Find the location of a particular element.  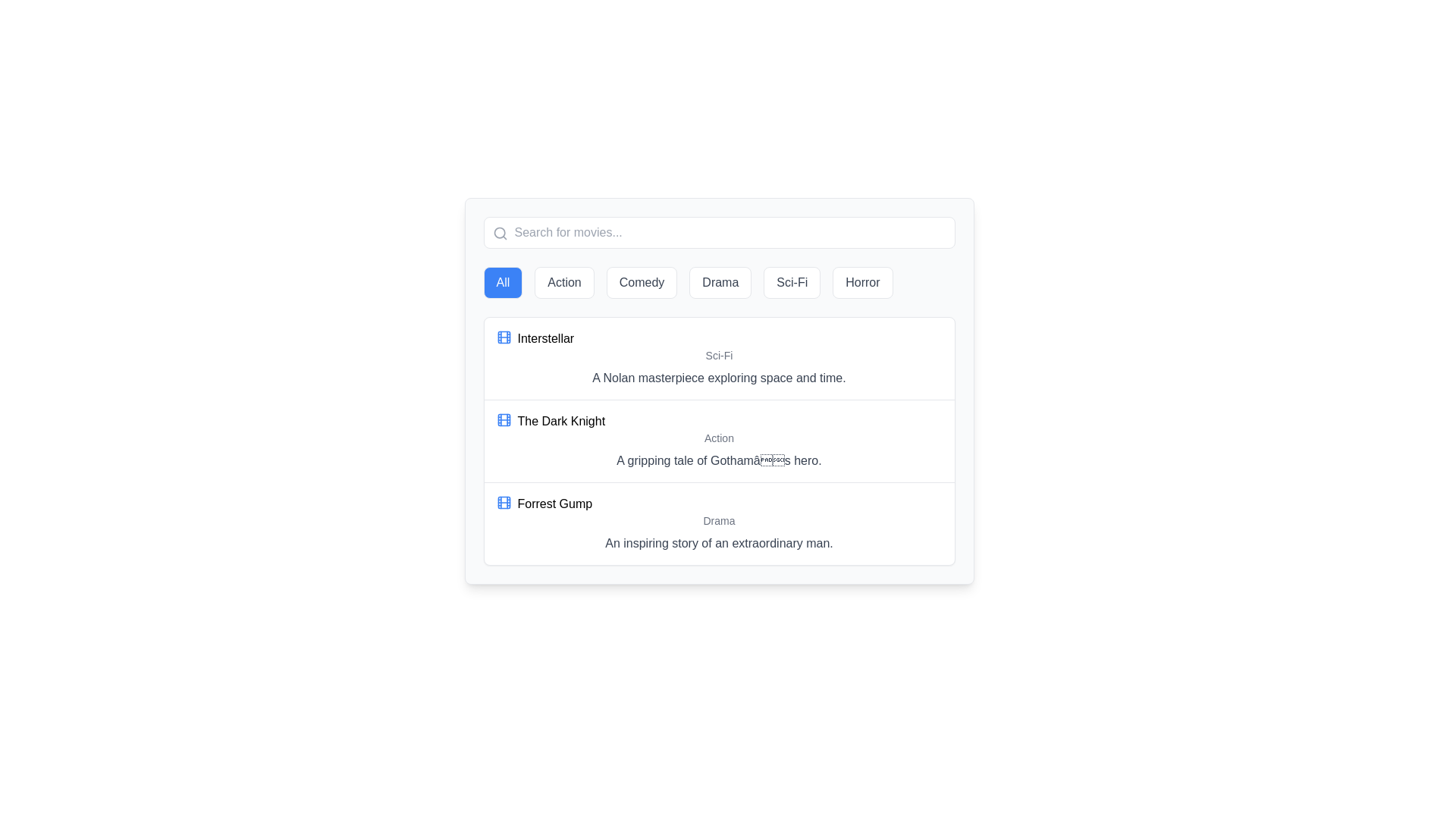

the 'Sci-Fi' button, which is the fifth button in a row of six, styled with a white background and gray text is located at coordinates (791, 283).